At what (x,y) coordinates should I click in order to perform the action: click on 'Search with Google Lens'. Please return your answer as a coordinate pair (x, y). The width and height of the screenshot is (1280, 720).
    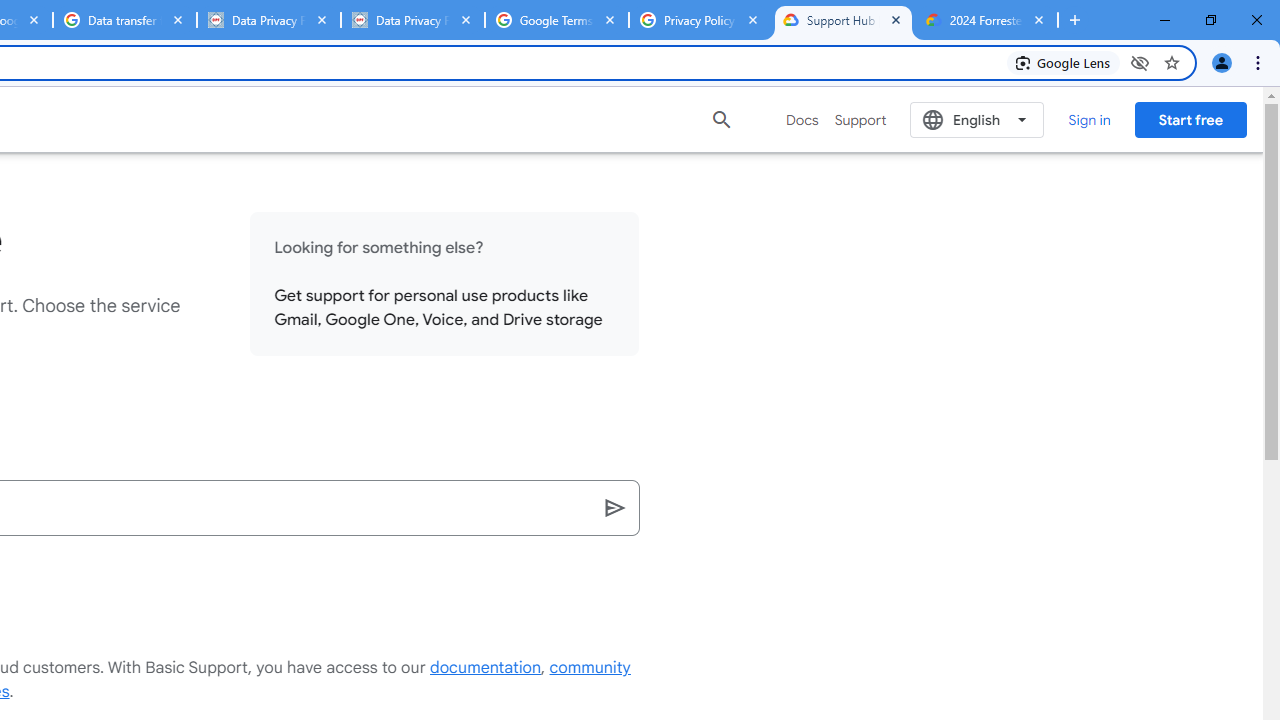
    Looking at the image, I should click on (1062, 61).